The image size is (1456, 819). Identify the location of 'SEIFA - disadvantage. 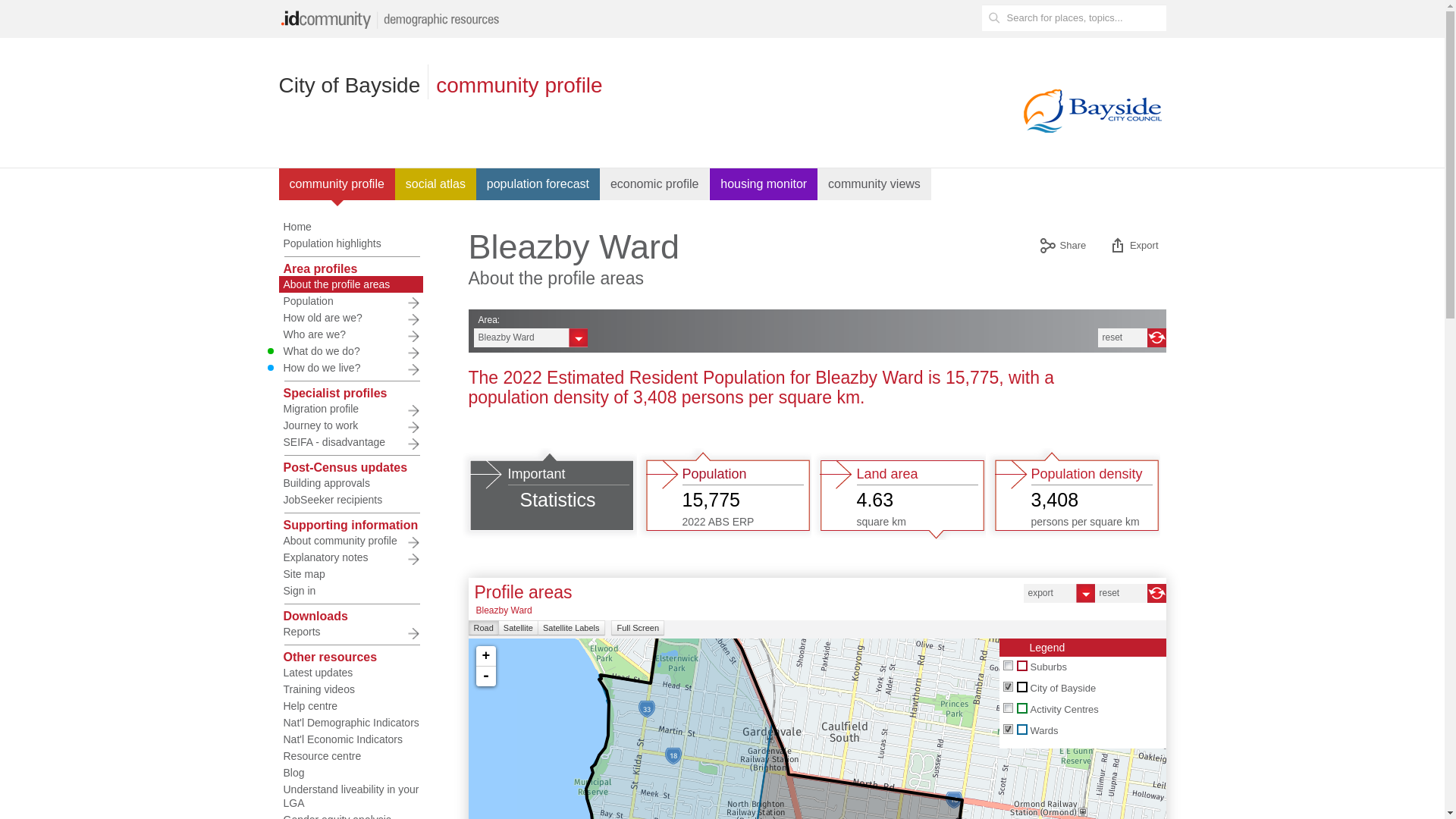
(279, 441).